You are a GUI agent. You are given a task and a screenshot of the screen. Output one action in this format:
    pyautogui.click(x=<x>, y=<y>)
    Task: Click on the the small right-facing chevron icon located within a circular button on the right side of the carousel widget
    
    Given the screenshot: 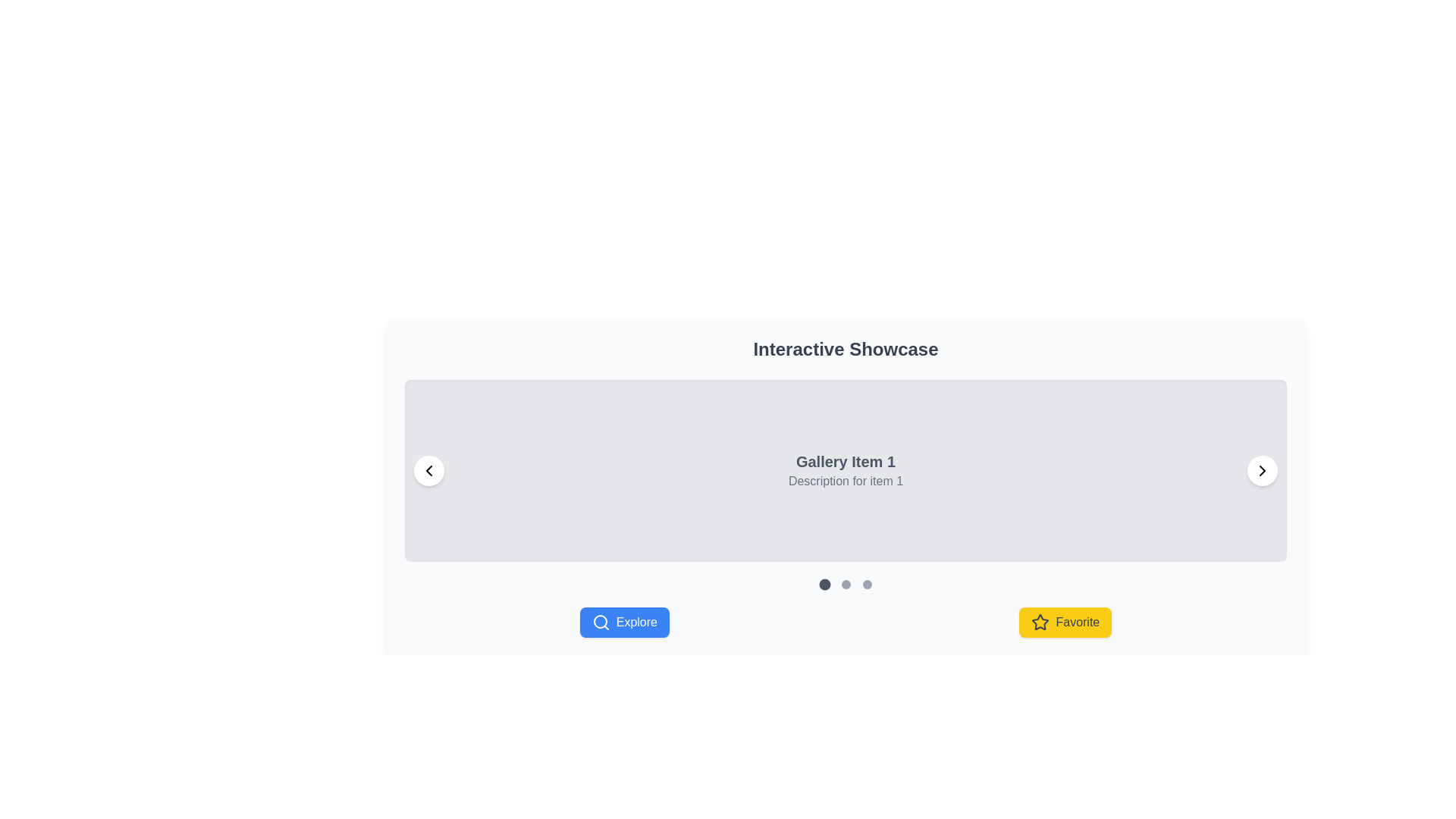 What is the action you would take?
    pyautogui.click(x=1263, y=470)
    